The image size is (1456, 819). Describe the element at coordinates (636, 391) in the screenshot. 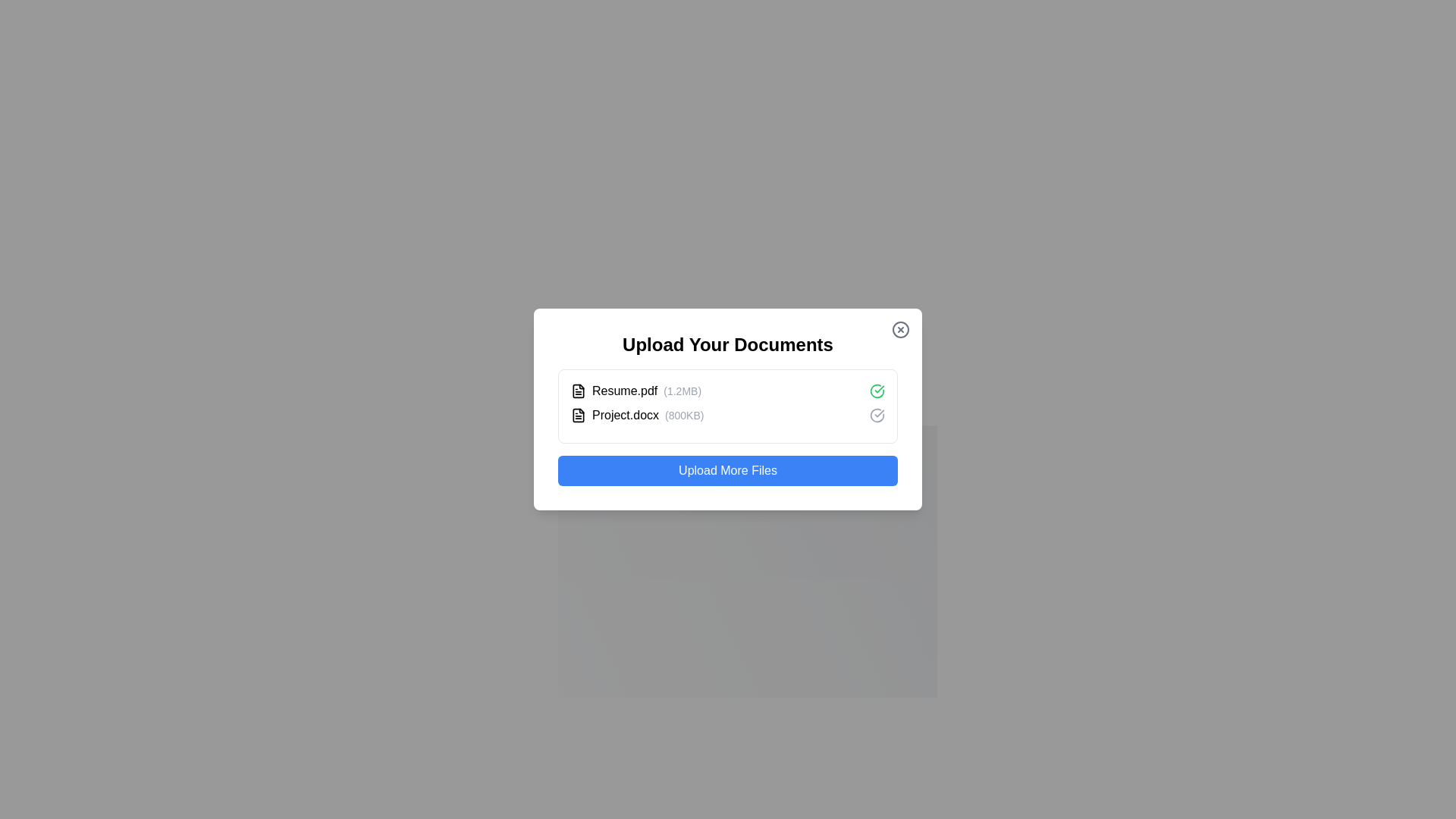

I see `the file name 'Resume.pdf' which is the first entry in the file list inside the modal pop-up` at that location.